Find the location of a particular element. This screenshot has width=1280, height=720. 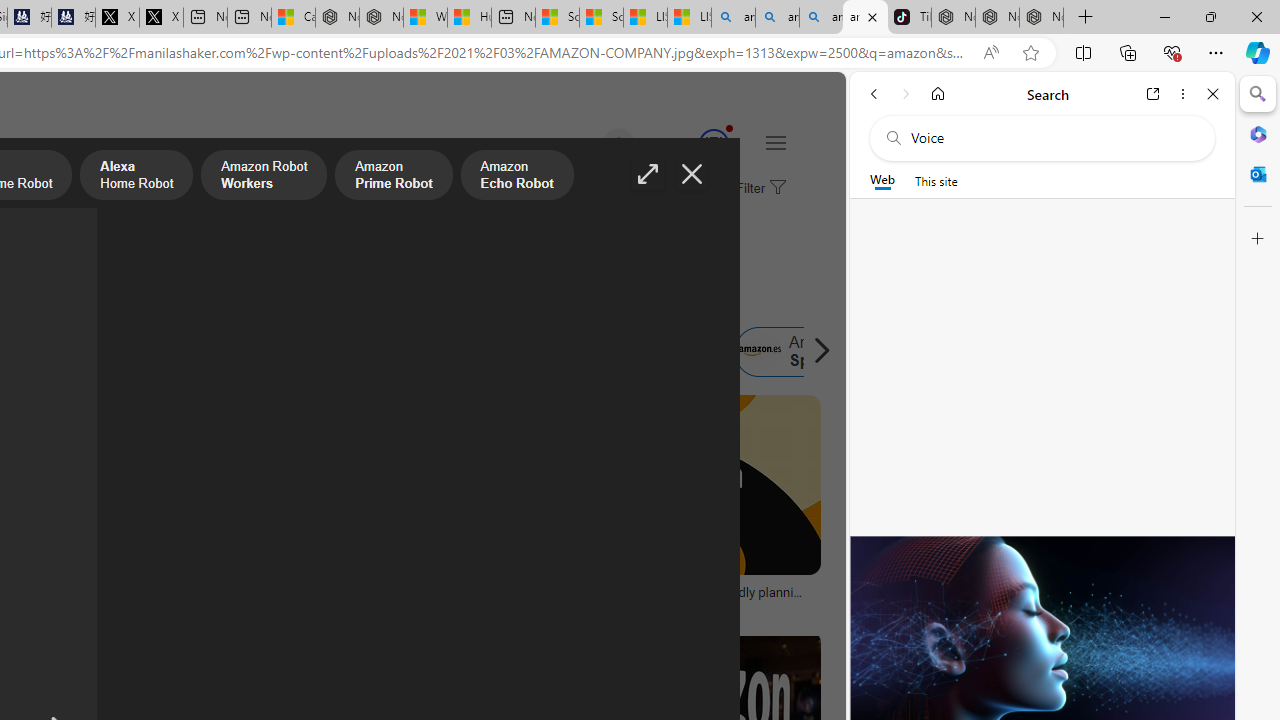

'Close image' is located at coordinates (692, 173).